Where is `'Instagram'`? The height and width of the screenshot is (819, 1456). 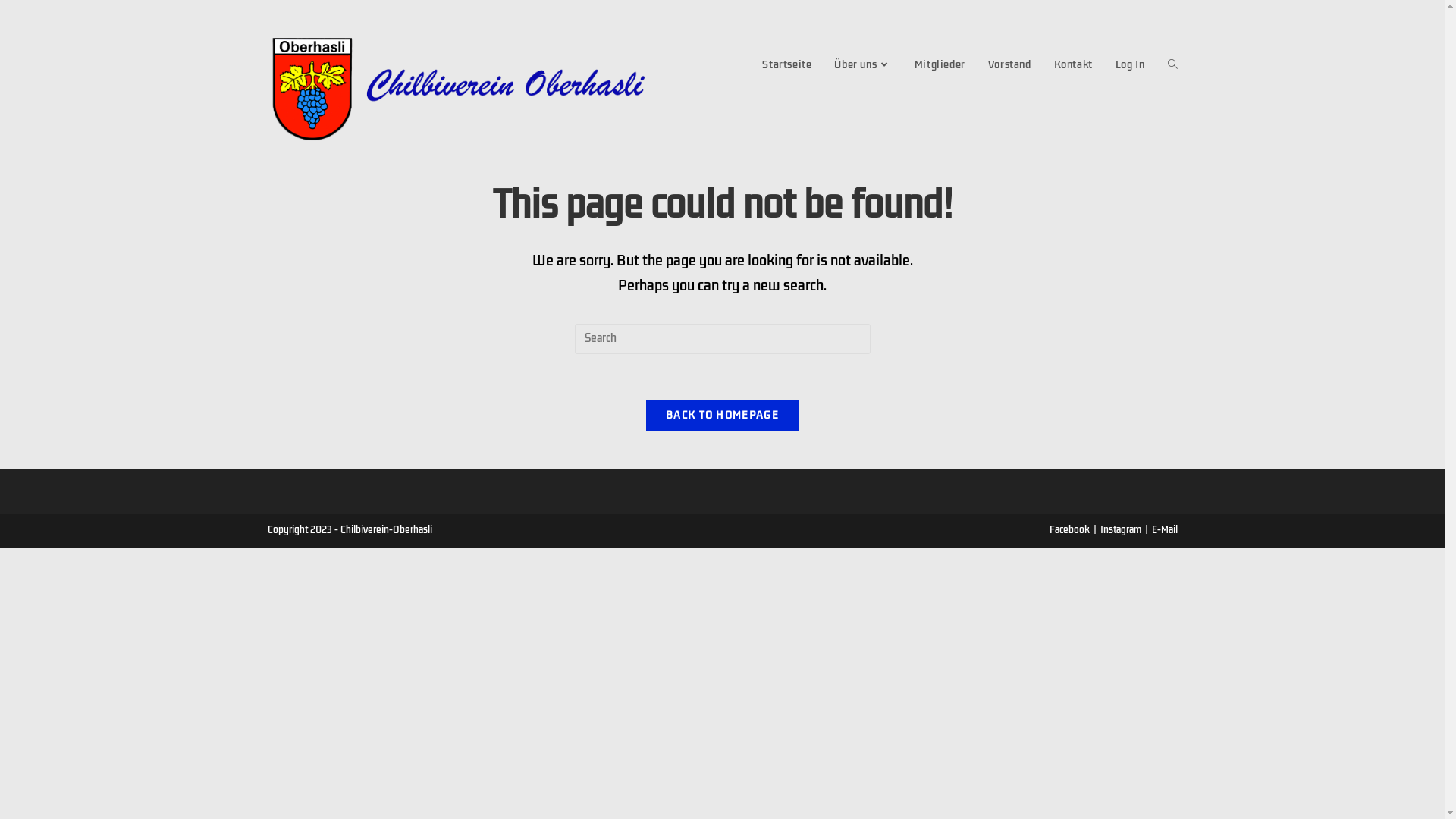
'Instagram' is located at coordinates (1120, 529).